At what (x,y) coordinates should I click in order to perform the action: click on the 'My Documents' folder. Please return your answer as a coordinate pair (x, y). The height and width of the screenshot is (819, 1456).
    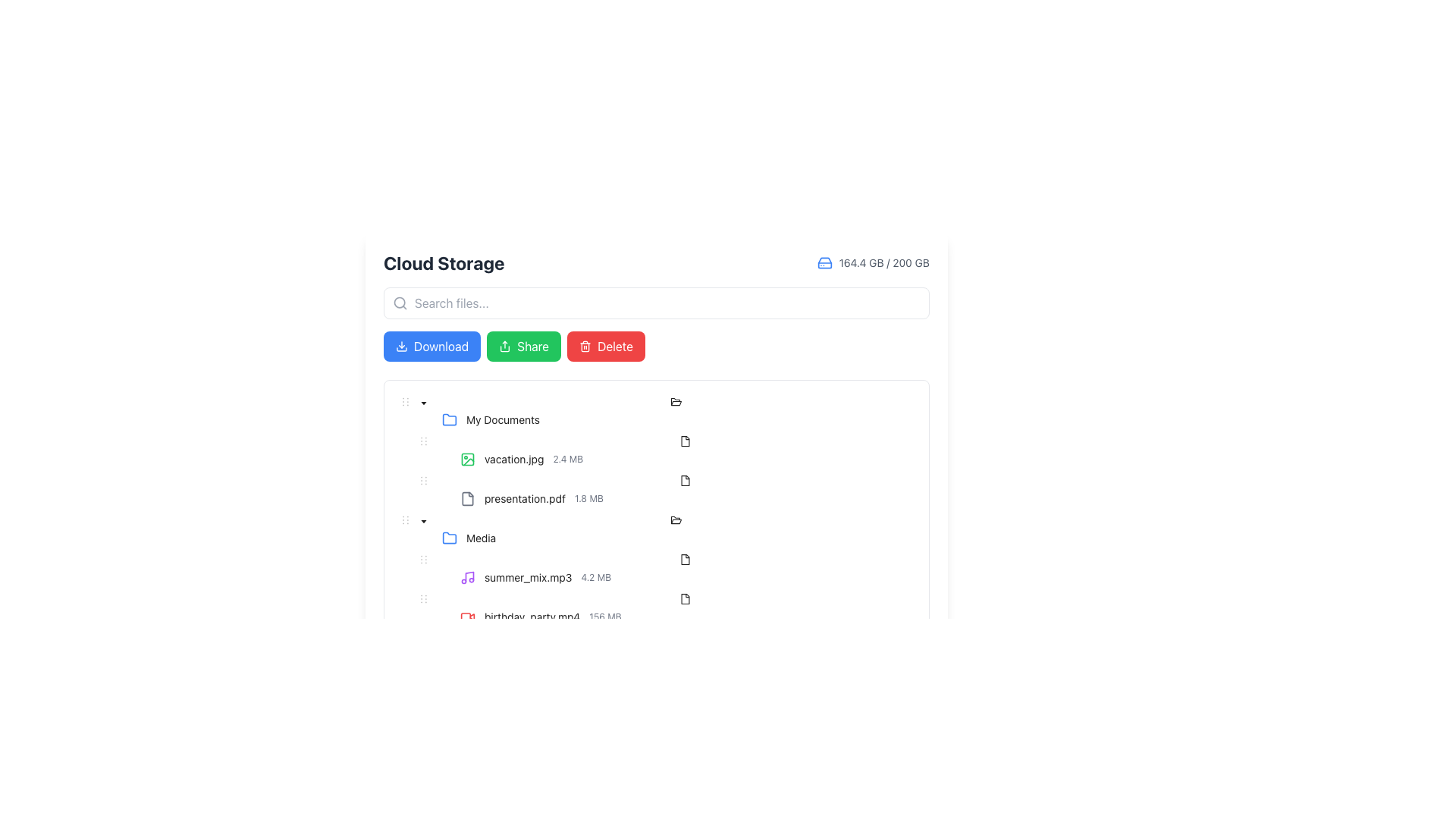
    Looking at the image, I should click on (656, 411).